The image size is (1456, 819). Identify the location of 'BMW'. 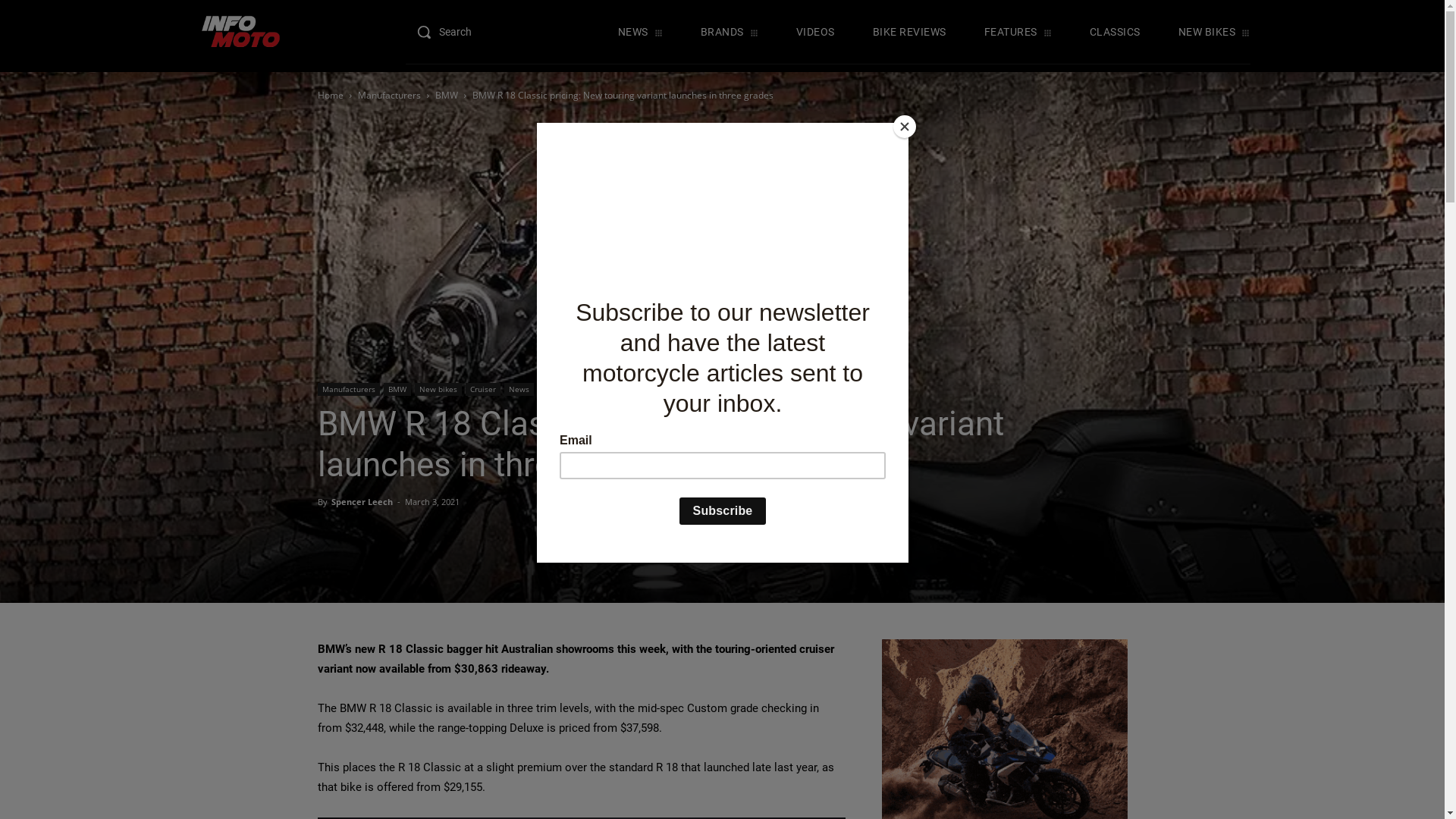
(435, 95).